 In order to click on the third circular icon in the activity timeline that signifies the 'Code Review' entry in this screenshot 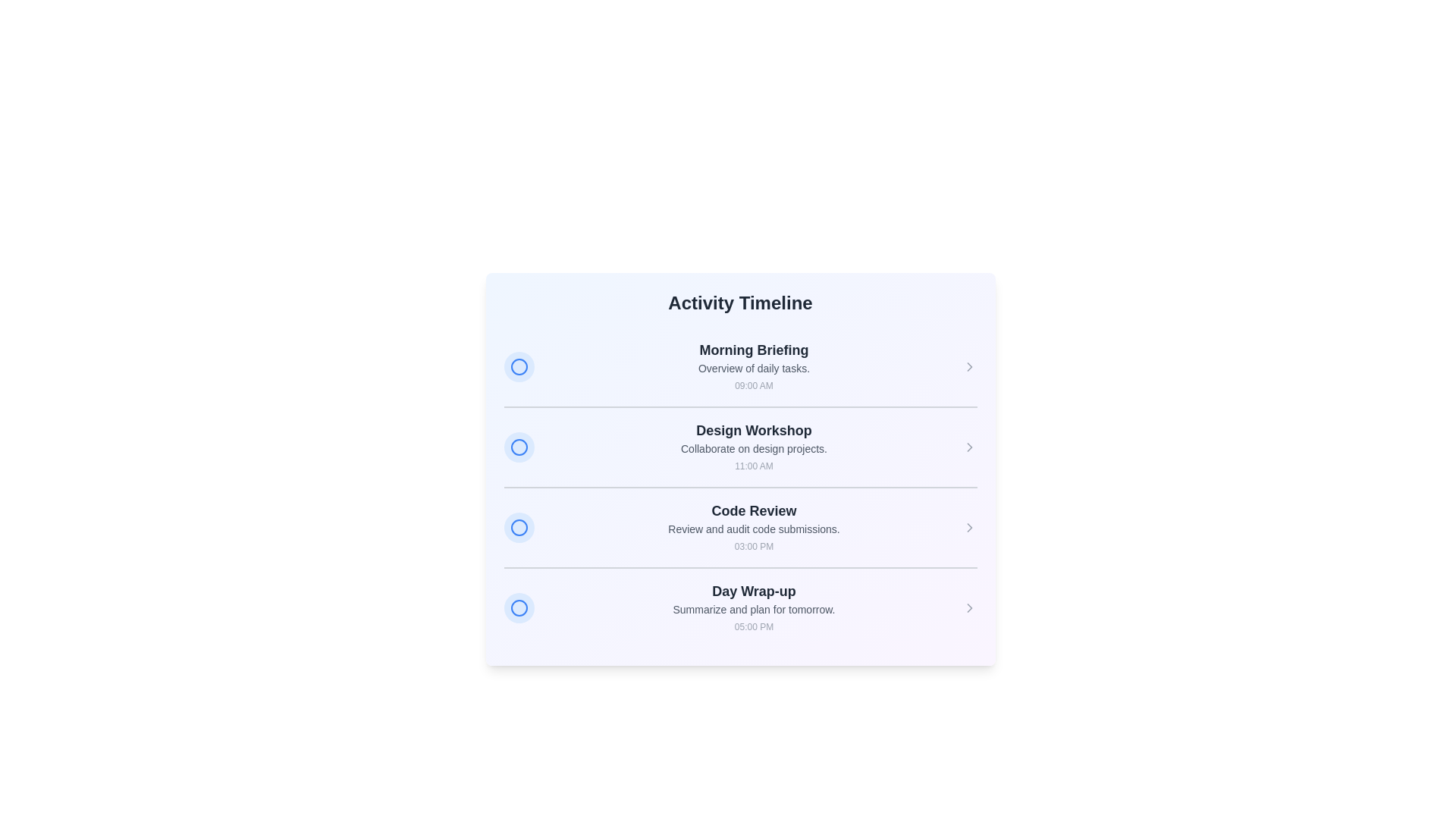, I will do `click(519, 526)`.